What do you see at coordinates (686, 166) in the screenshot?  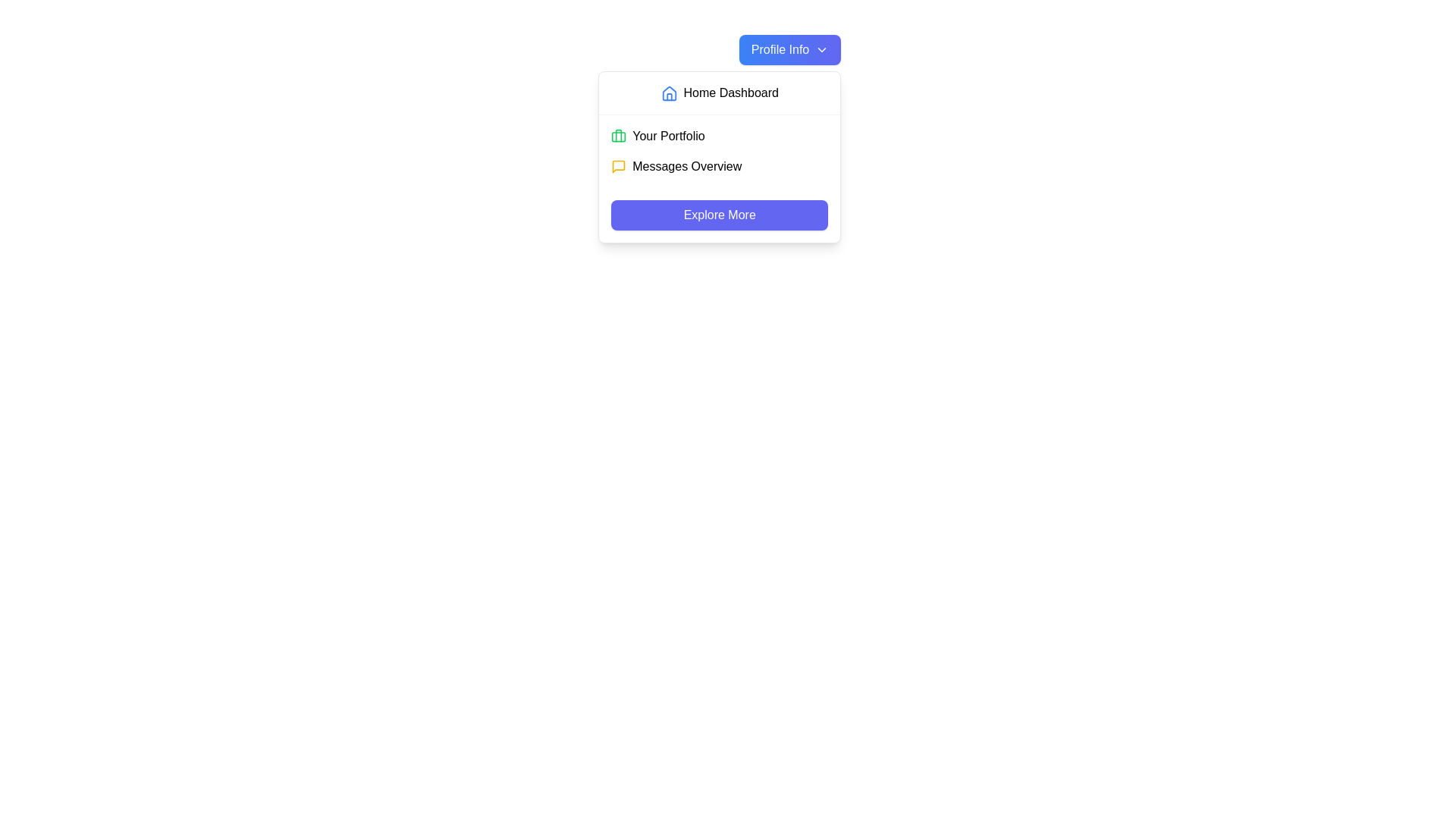 I see `the text label or navigation link located in the dropdown menu below 'Your Portfolio'` at bounding box center [686, 166].